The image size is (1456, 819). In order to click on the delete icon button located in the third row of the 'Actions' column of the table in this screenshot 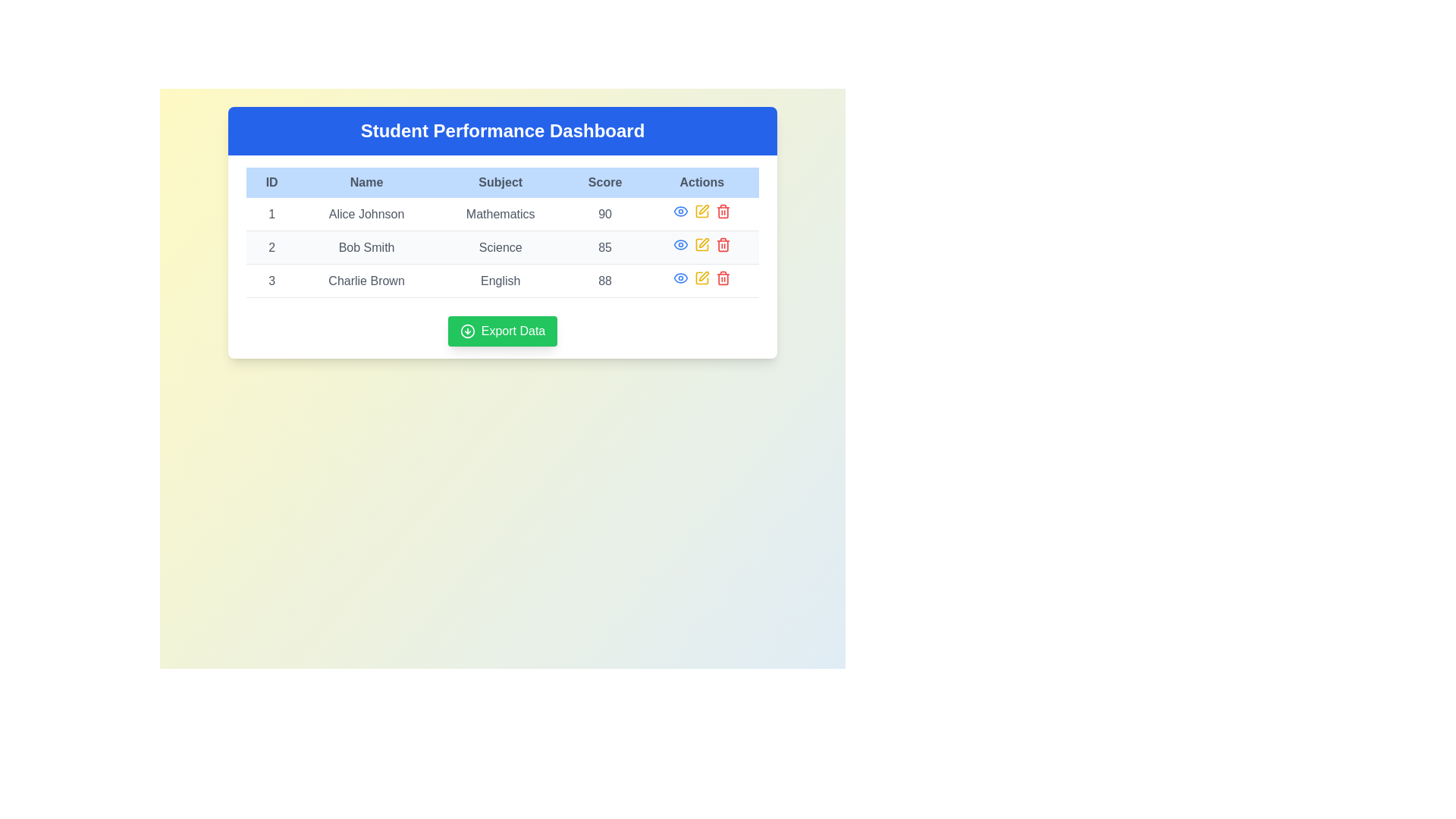, I will do `click(722, 211)`.